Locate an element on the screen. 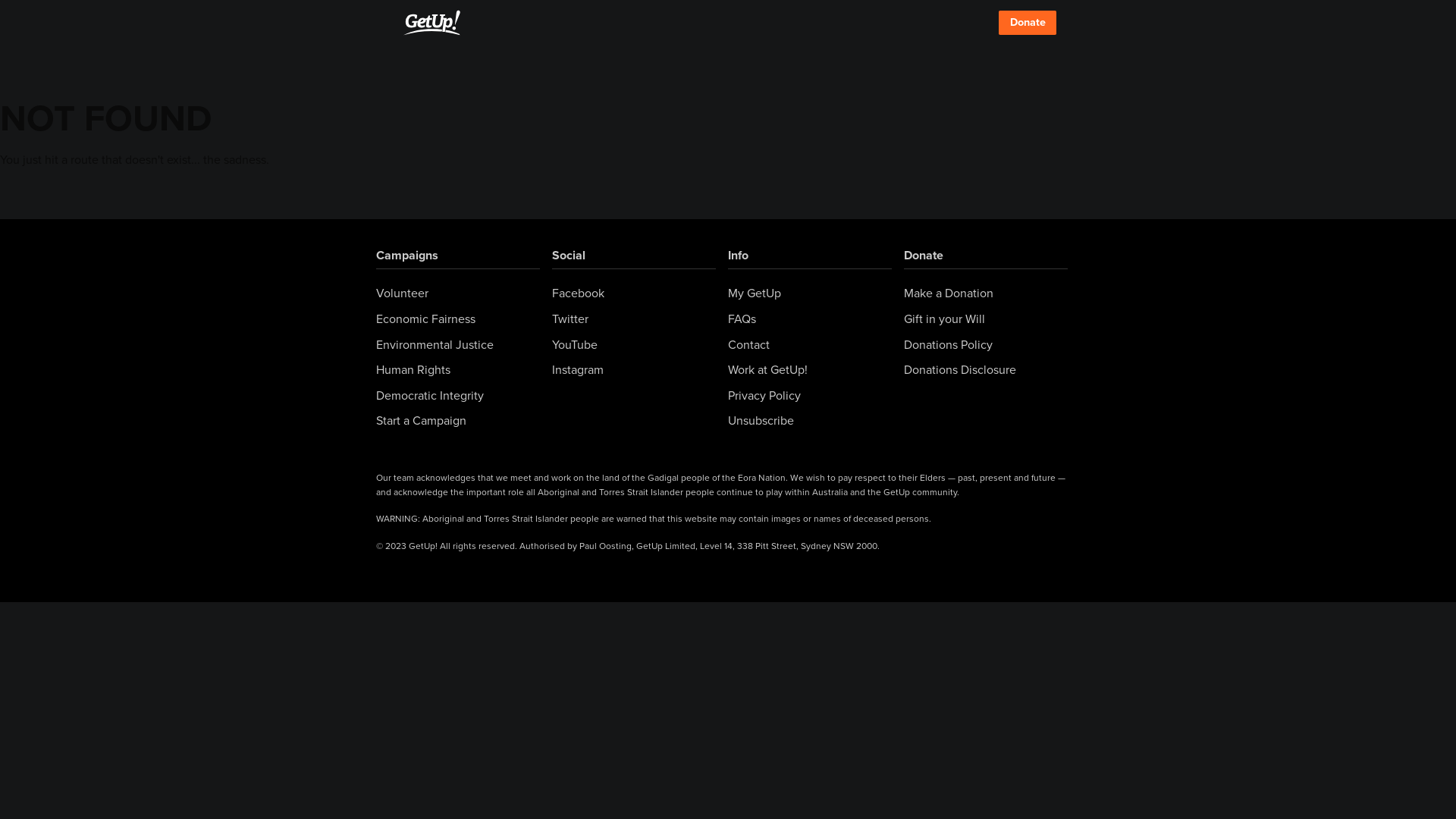 The image size is (1456, 819). 'Privacy Policy' is located at coordinates (728, 394).